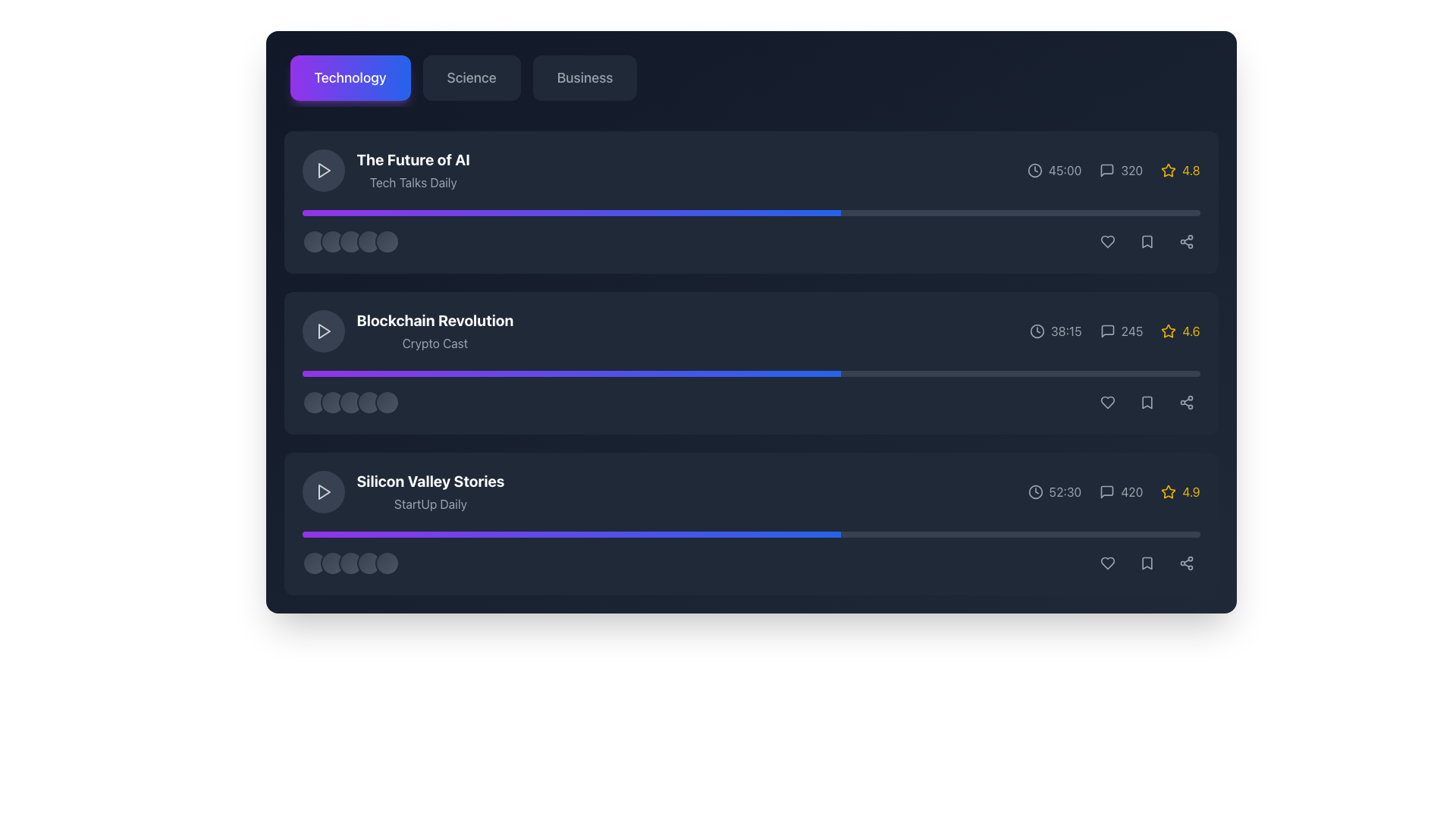 The image size is (1456, 819). Describe the element at coordinates (369, 563) in the screenshot. I see `the fourth circular decorative element with a gradient fill, located below the 'Silicon Valley Stories' heading` at that location.